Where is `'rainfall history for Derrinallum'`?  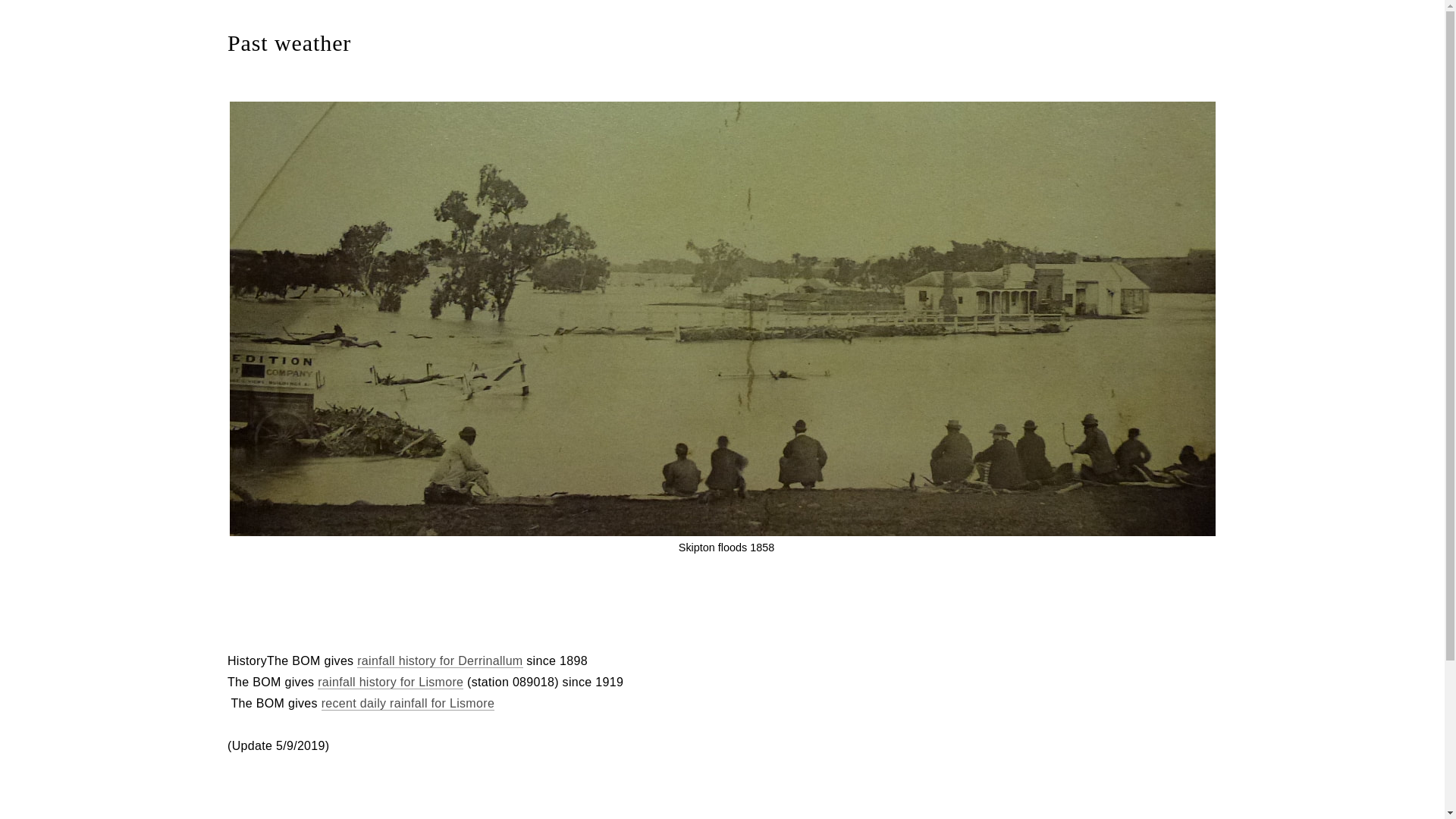 'rainfall history for Derrinallum' is located at coordinates (356, 660).